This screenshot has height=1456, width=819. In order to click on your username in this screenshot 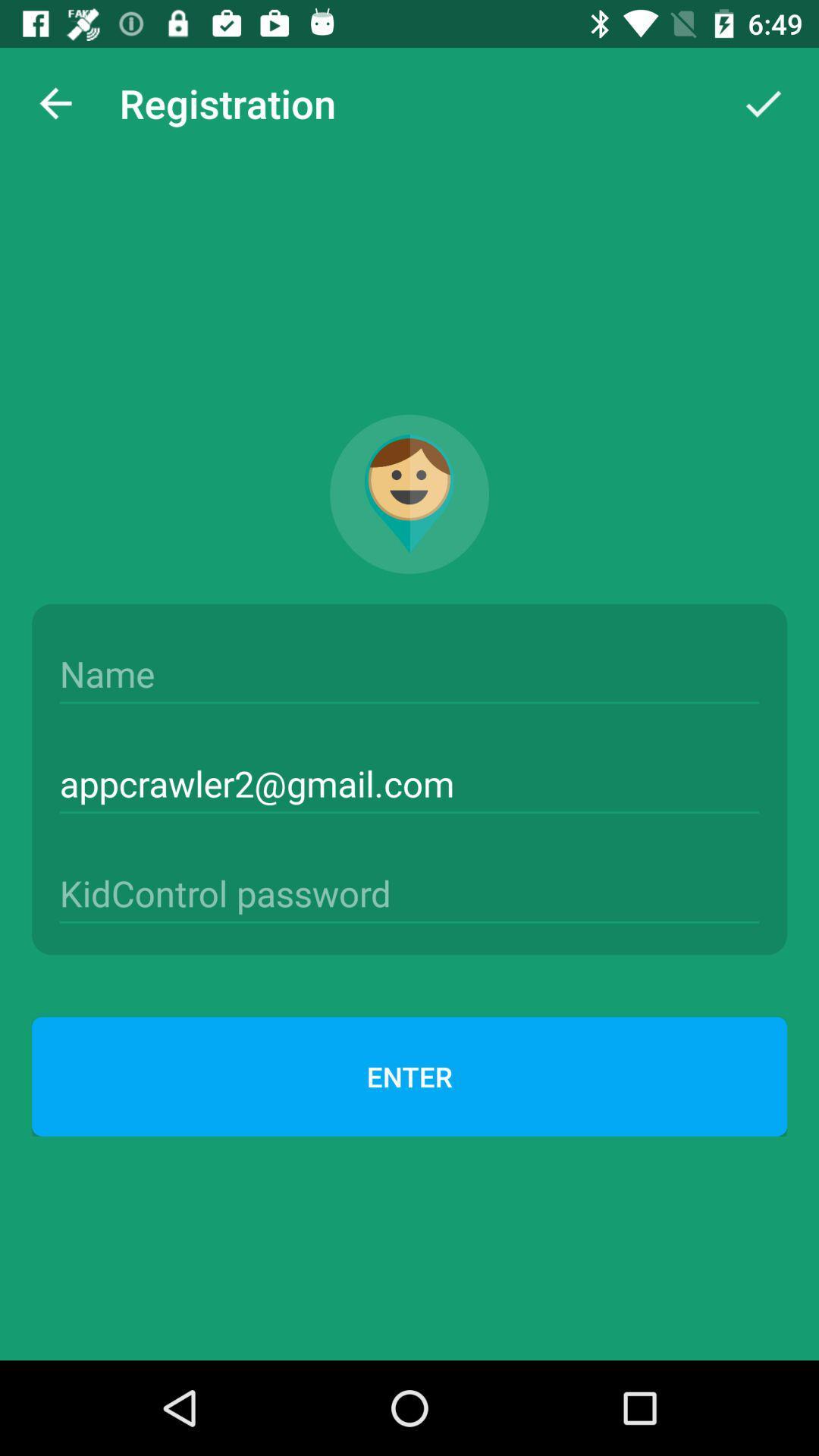, I will do `click(409, 673)`.